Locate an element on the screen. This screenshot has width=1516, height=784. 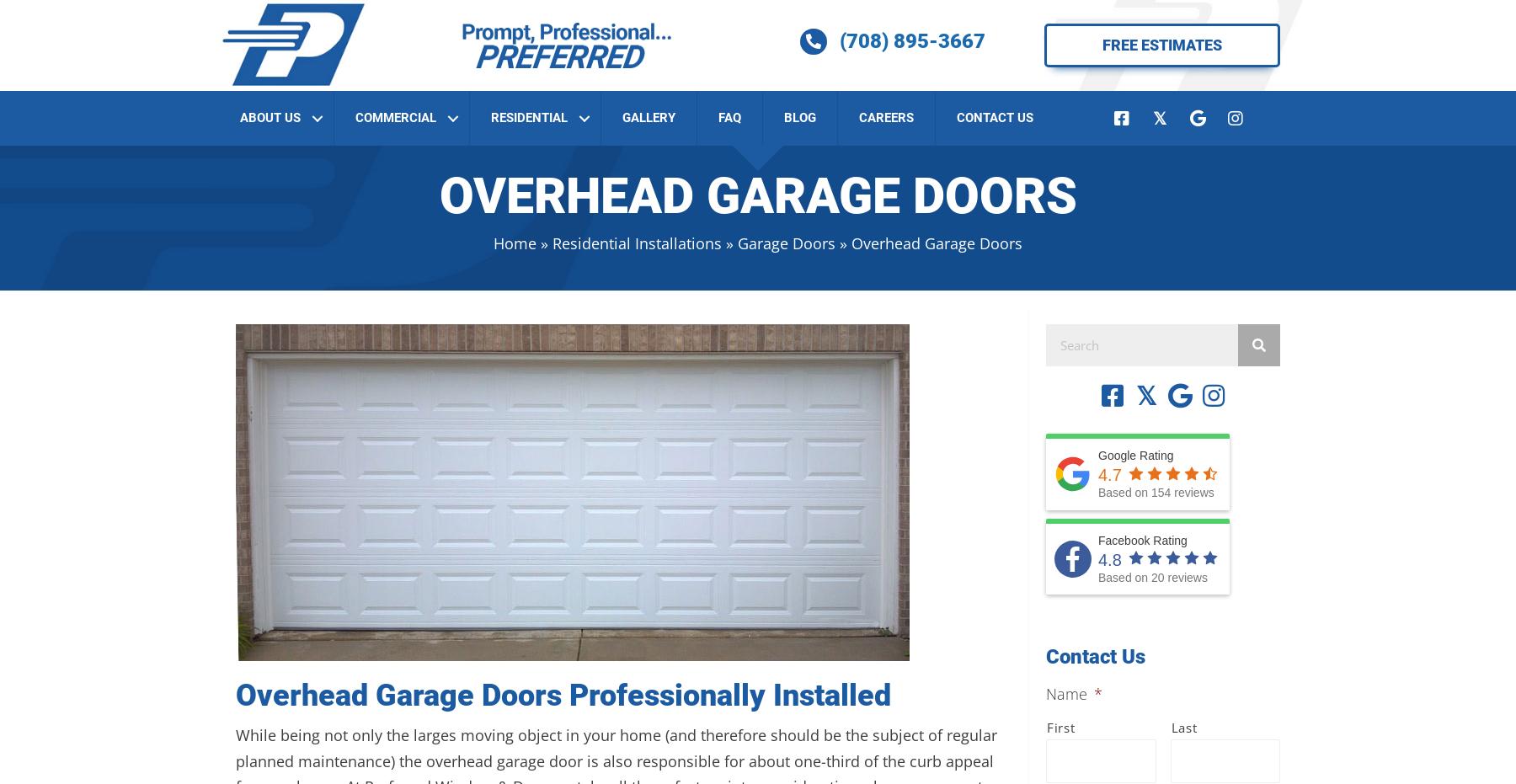
'Facebook Rating' is located at coordinates (1141, 539).